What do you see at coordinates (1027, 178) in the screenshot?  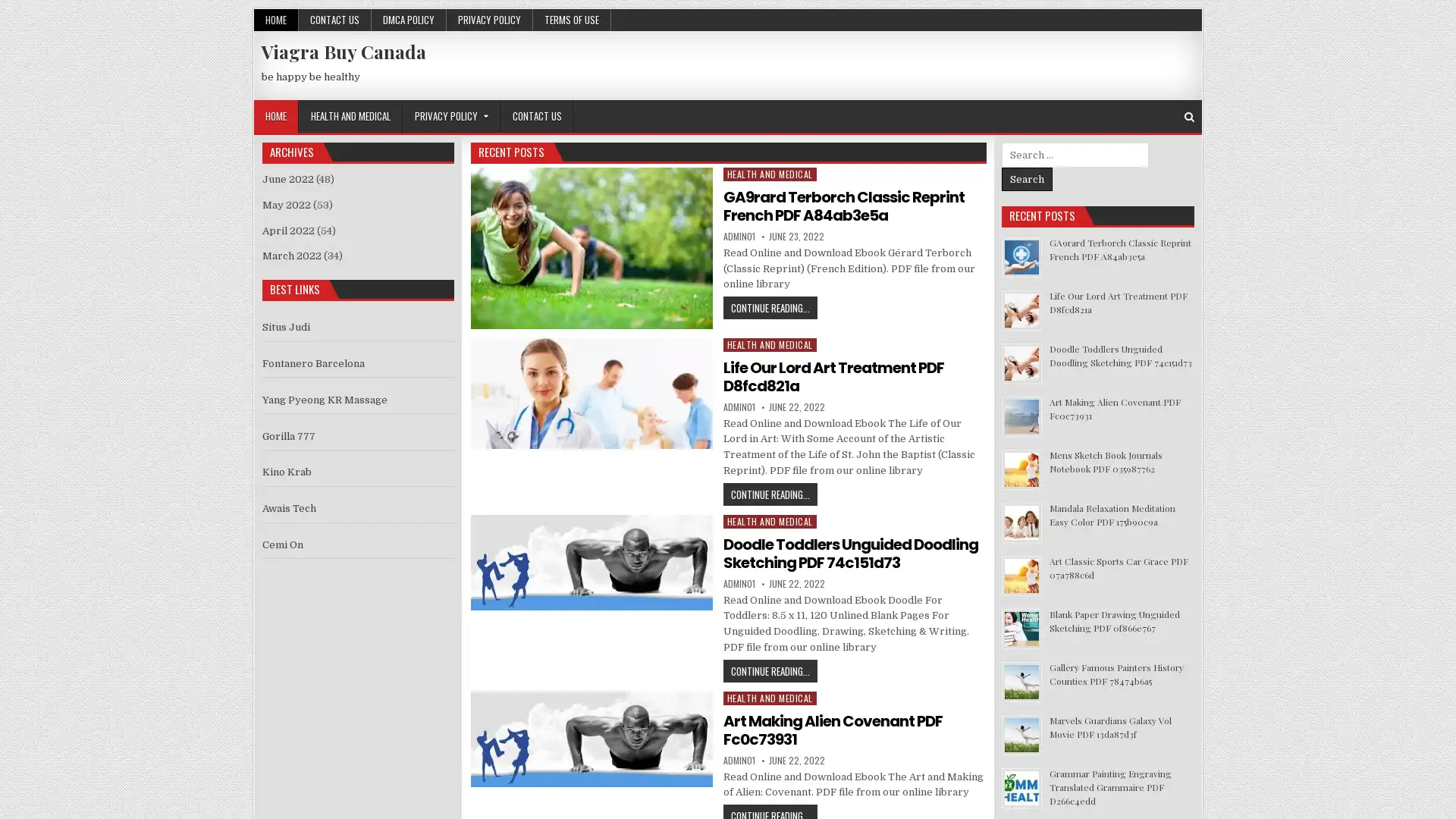 I see `Search` at bounding box center [1027, 178].